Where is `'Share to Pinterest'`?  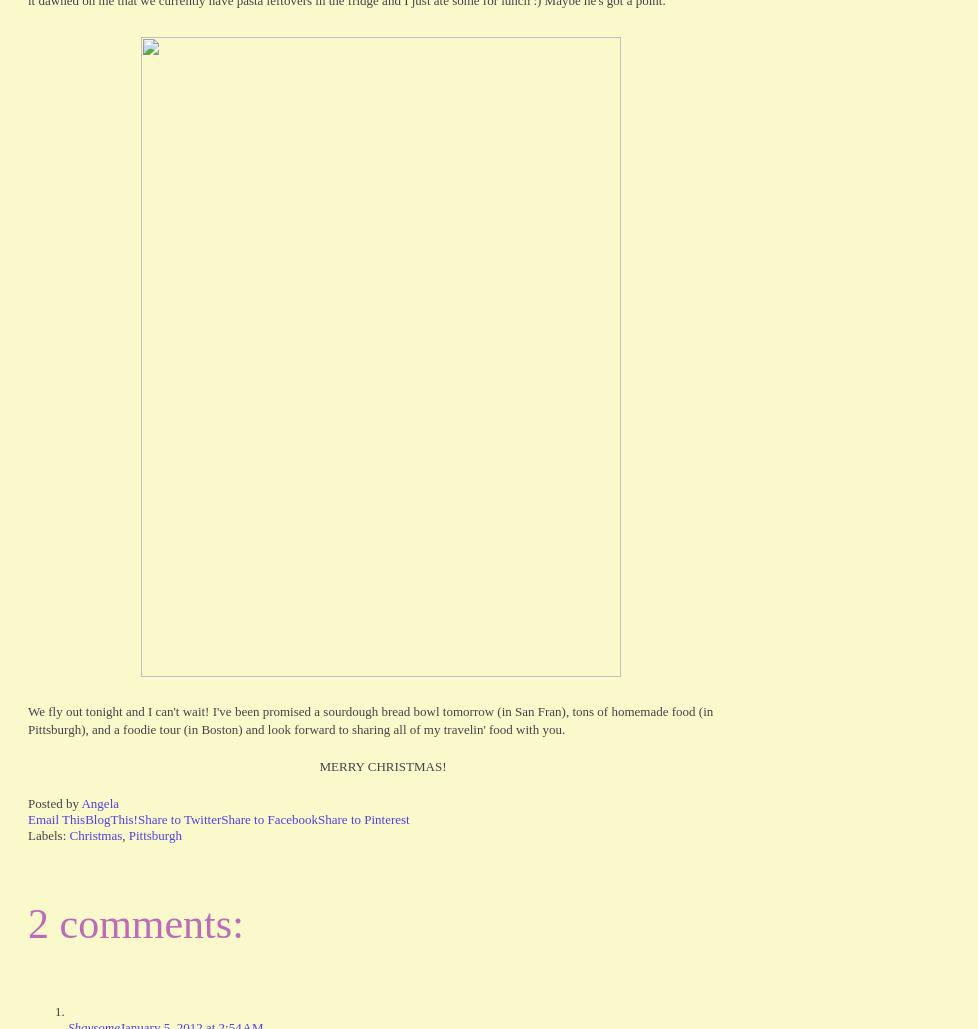
'Share to Pinterest' is located at coordinates (362, 818).